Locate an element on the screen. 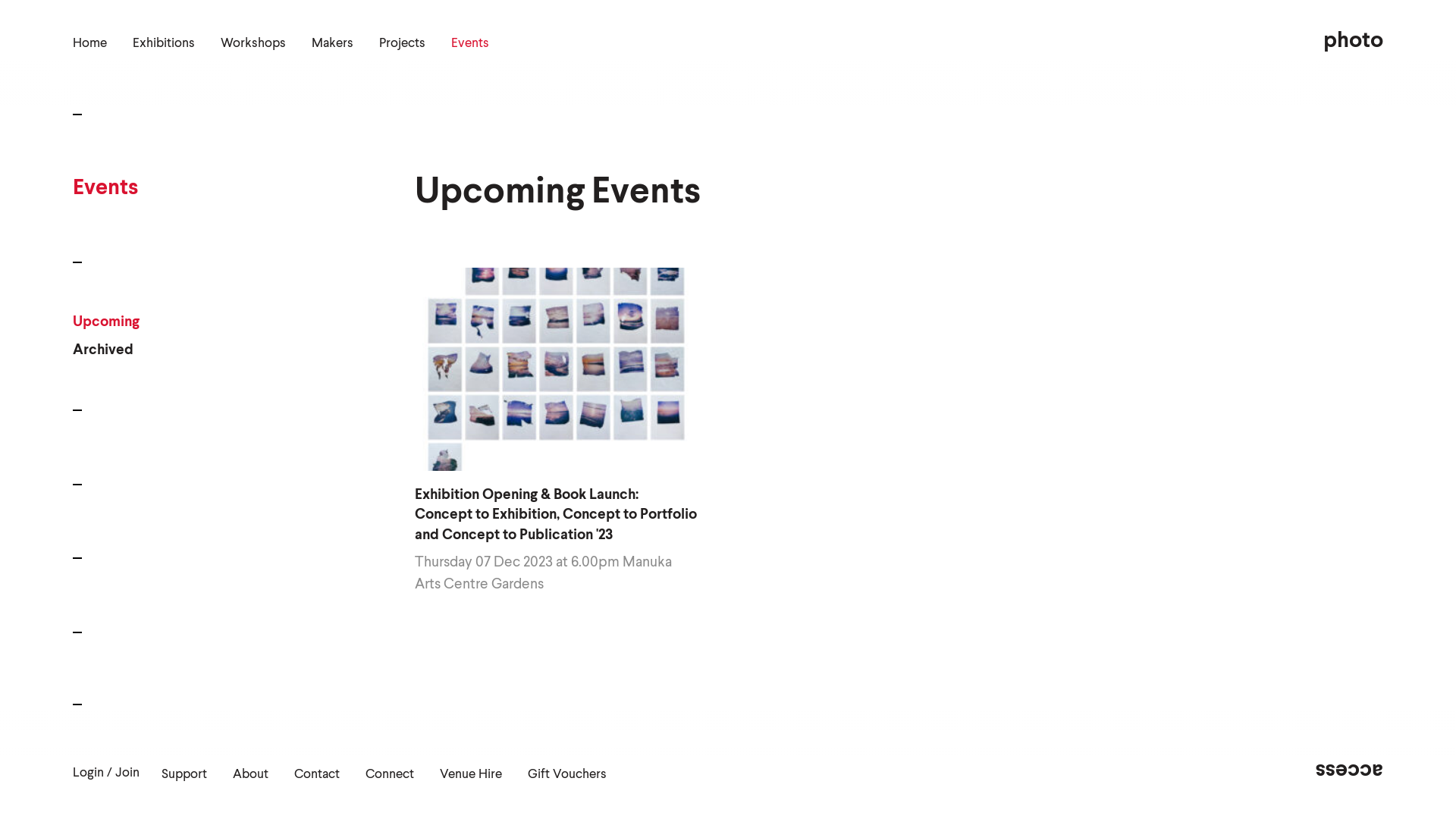 The height and width of the screenshot is (819, 1456). 'Exhibitions' is located at coordinates (164, 42).